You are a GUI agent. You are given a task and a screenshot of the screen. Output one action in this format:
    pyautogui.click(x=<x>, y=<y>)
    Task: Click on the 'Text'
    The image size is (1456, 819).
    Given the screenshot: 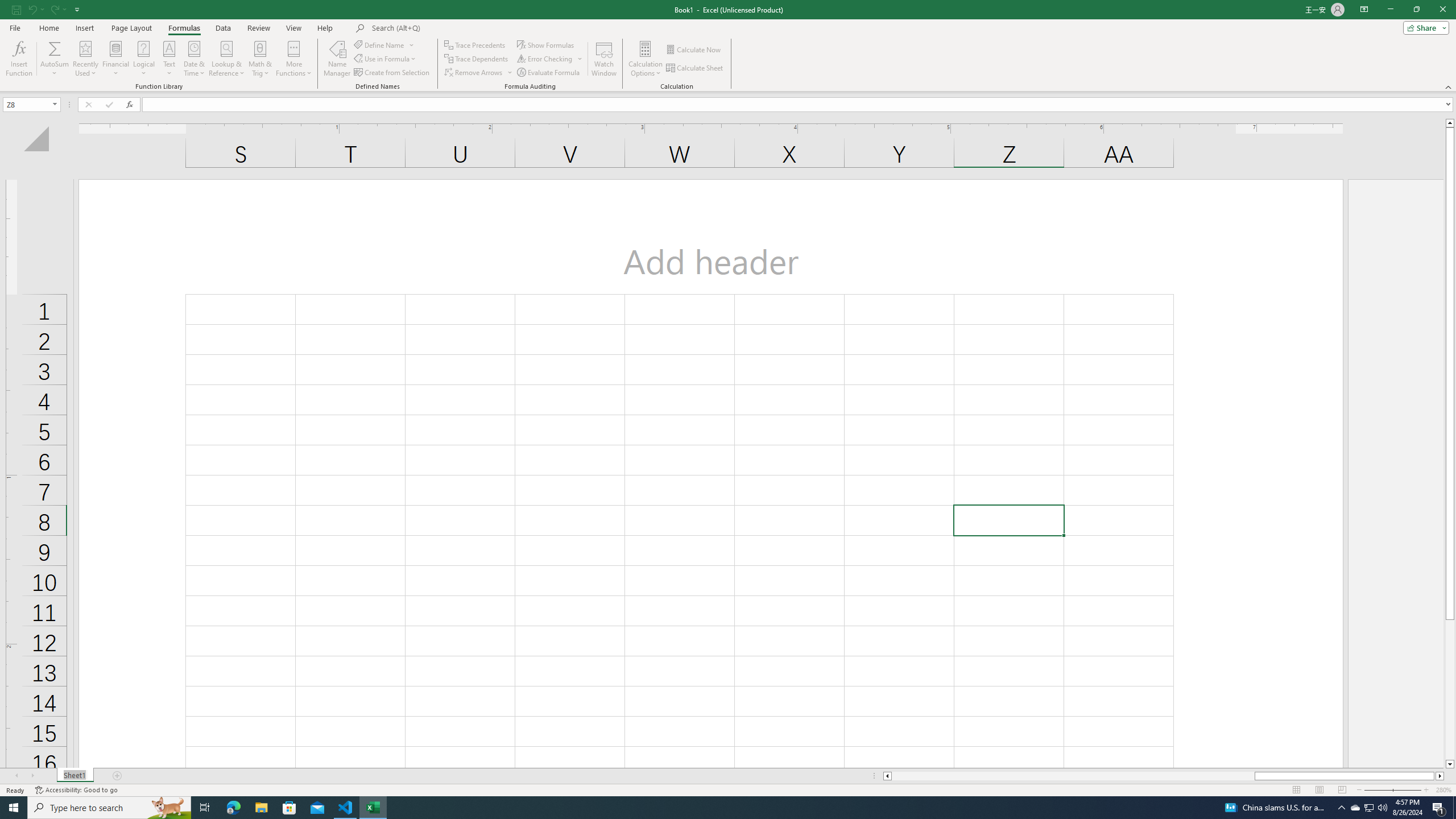 What is the action you would take?
    pyautogui.click(x=169, y=59)
    